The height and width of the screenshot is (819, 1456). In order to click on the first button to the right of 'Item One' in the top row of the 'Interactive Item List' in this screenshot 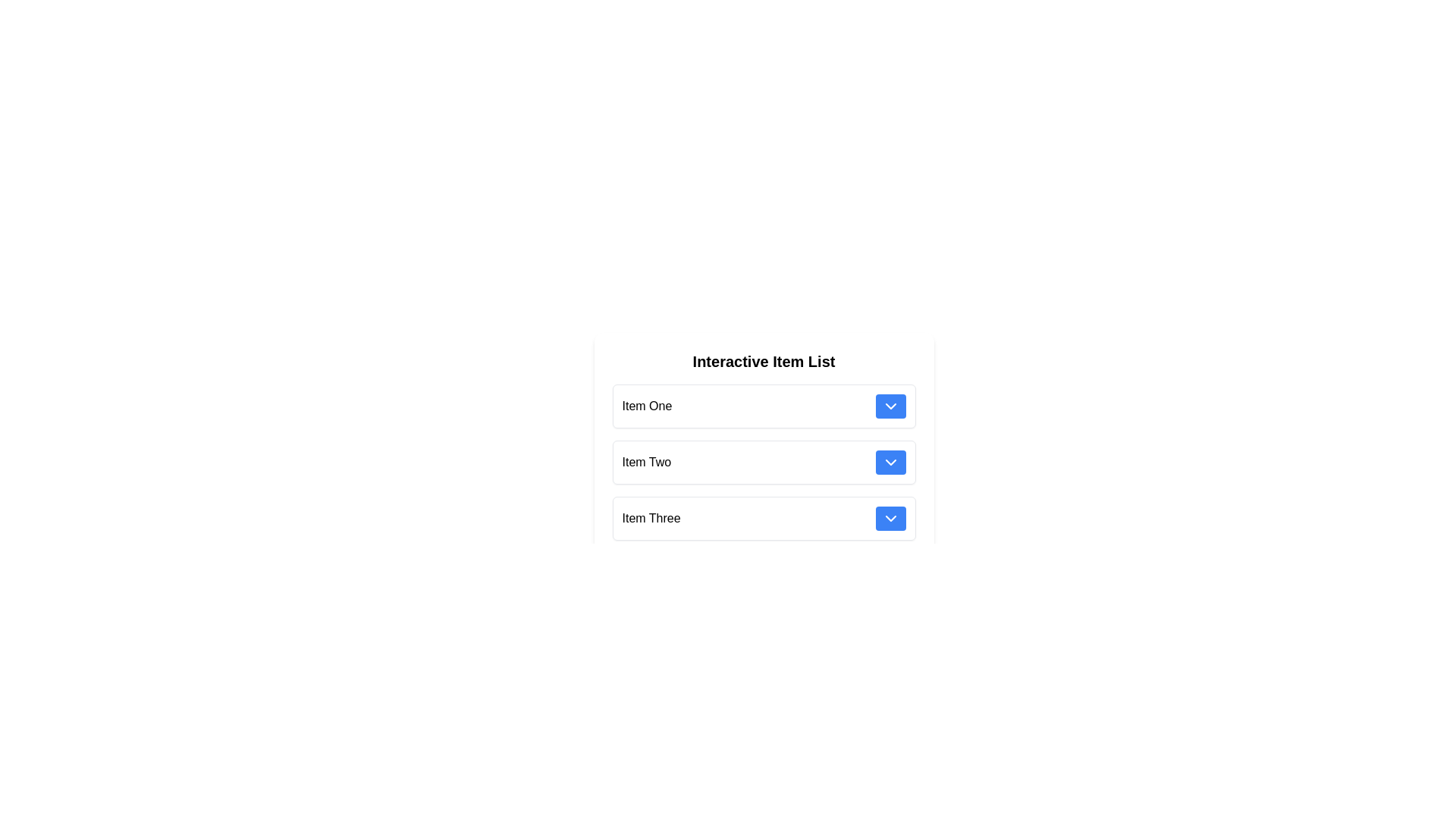, I will do `click(890, 406)`.